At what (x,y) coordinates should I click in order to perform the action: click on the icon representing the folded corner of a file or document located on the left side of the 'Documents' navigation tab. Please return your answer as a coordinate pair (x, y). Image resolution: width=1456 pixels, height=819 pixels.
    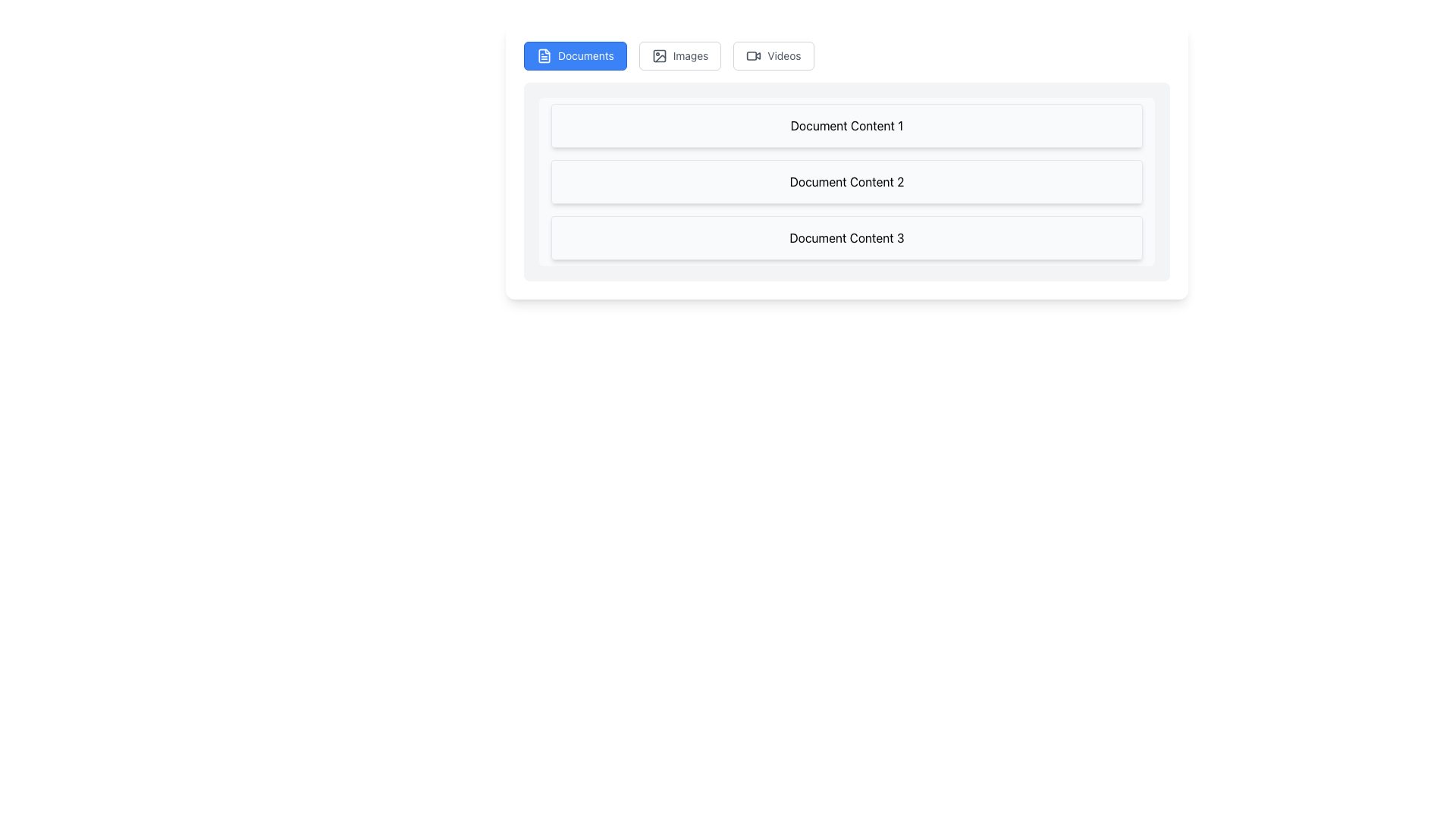
    Looking at the image, I should click on (544, 55).